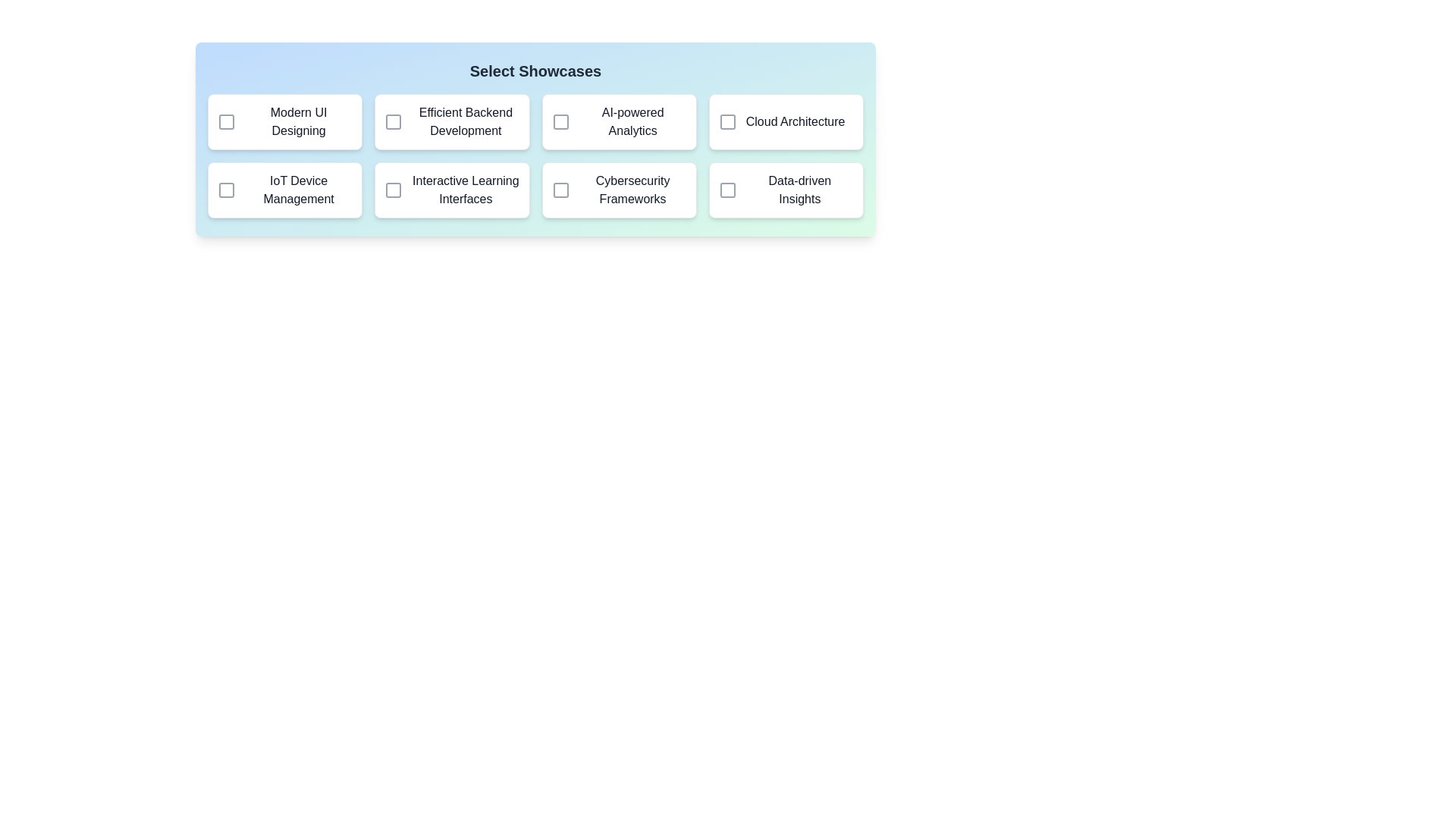 The height and width of the screenshot is (819, 1456). What do you see at coordinates (619, 121) in the screenshot?
I see `the showcase item labeled 'AI-powered Analytics' to observe the hover effect` at bounding box center [619, 121].